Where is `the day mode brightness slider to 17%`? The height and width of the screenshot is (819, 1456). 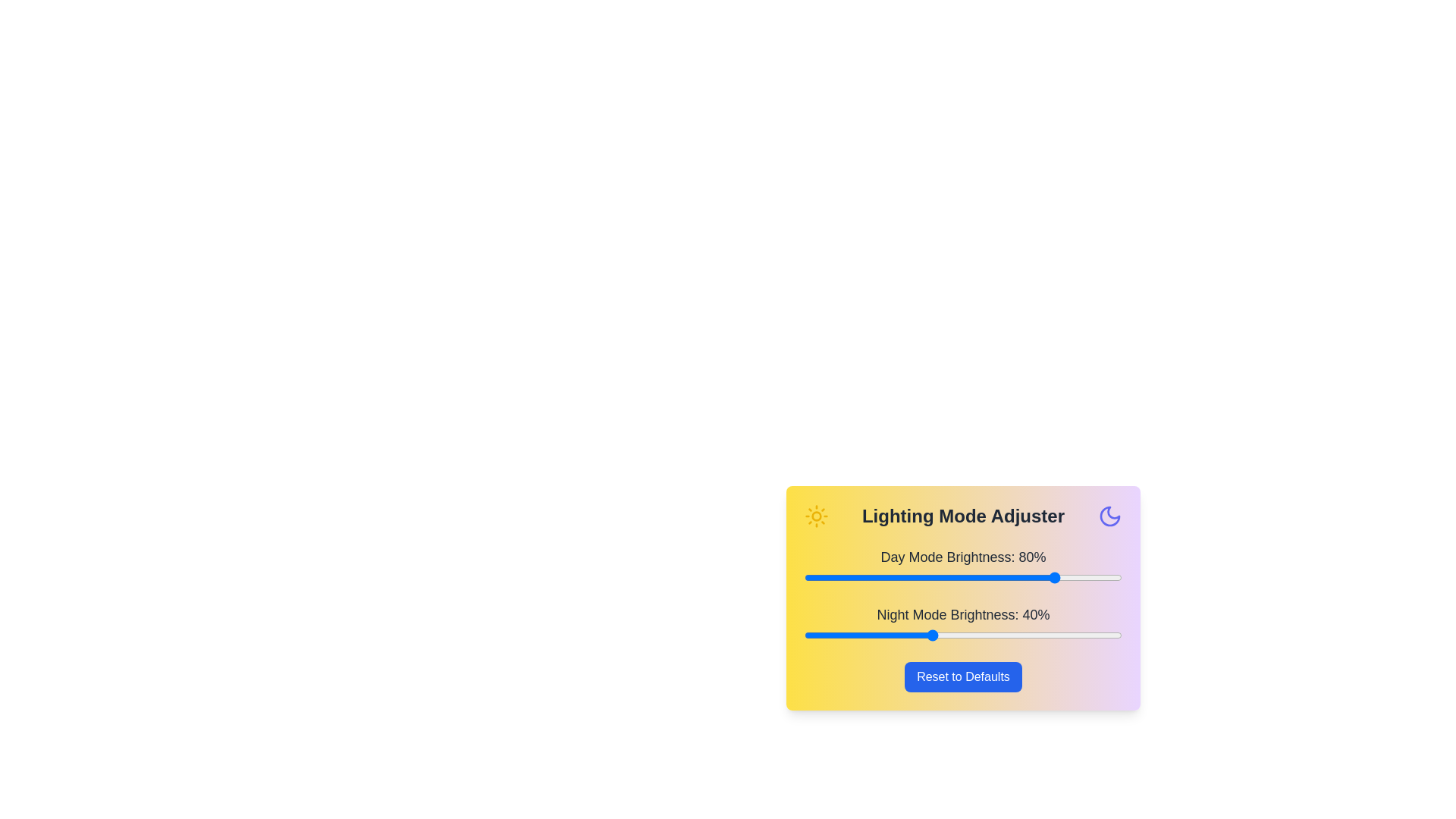 the day mode brightness slider to 17% is located at coordinates (858, 578).